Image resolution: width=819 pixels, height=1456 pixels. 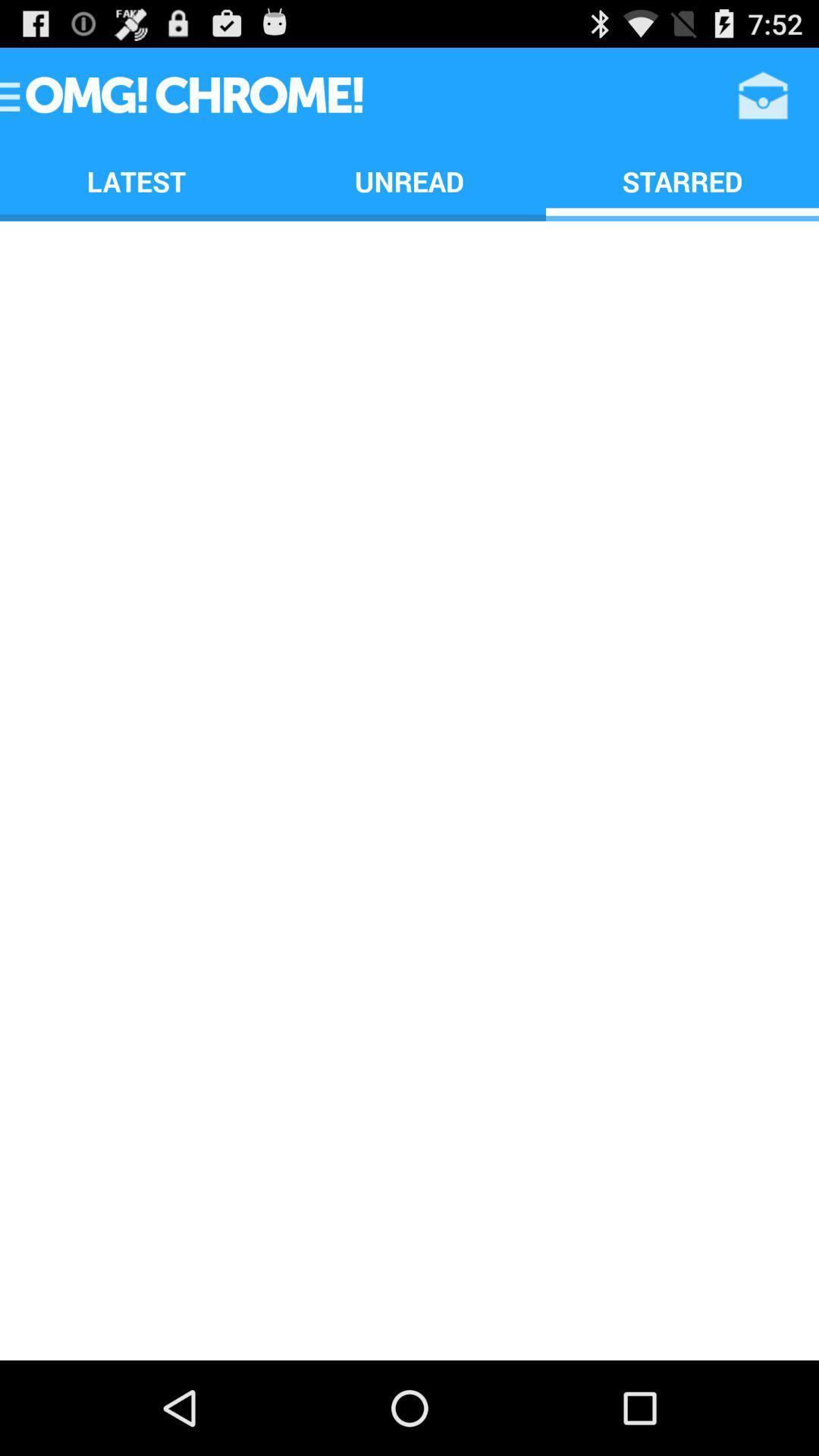 I want to click on item to the right of unread, so click(x=763, y=94).